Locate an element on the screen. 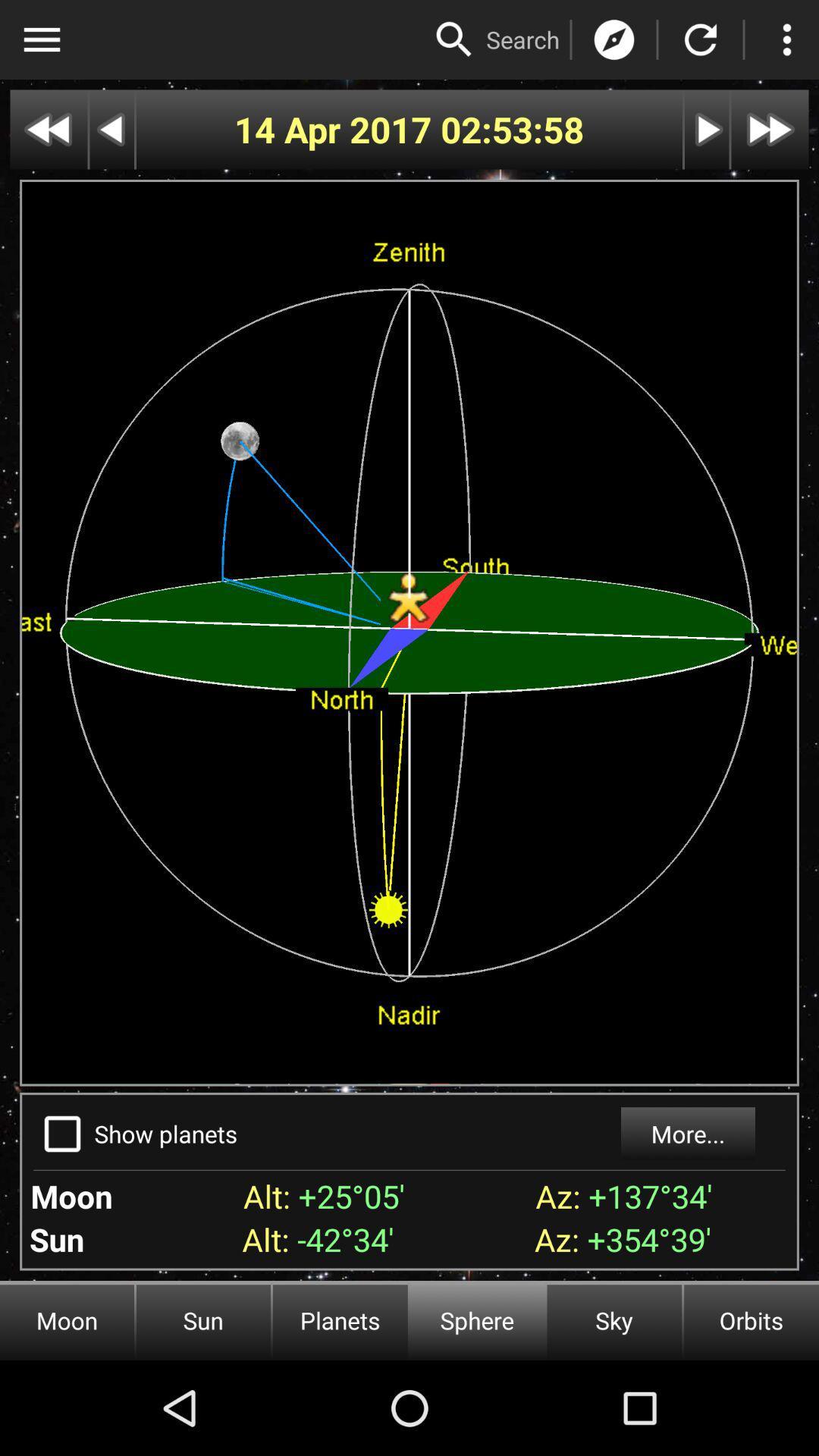 The width and height of the screenshot is (819, 1456). compass calibration is located at coordinates (614, 39).